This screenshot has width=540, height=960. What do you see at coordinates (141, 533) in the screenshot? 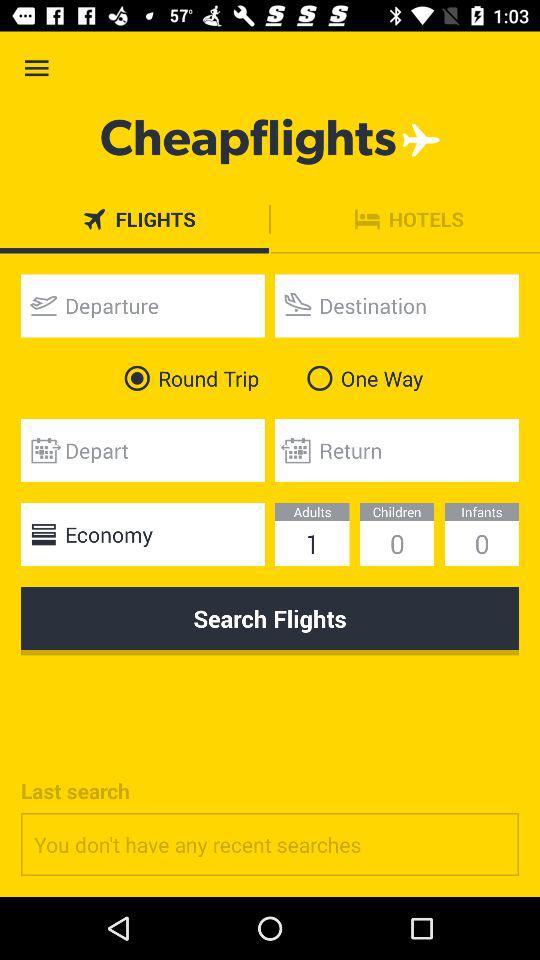
I see `the icon to the left of adults` at bounding box center [141, 533].